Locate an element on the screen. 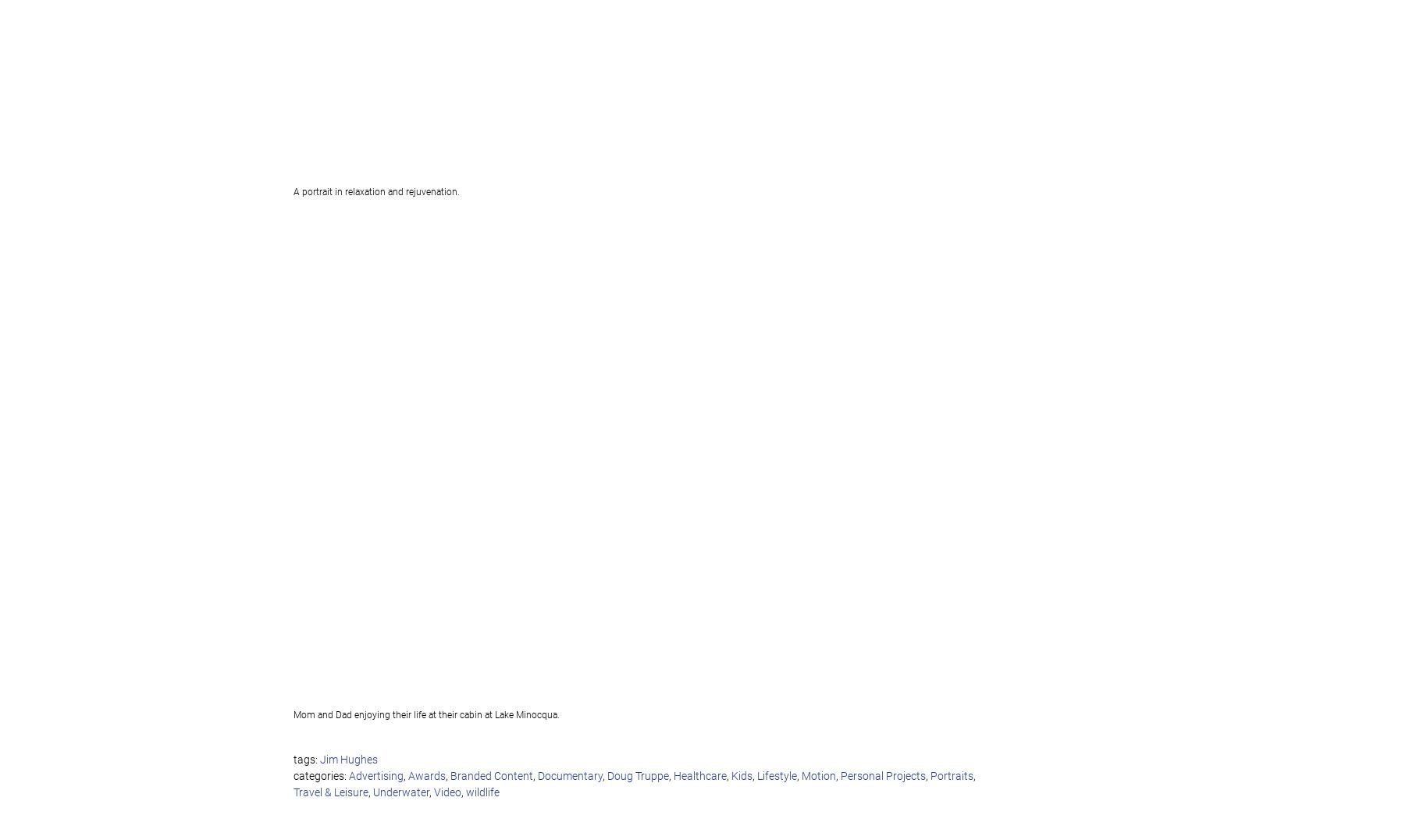 The height and width of the screenshot is (840, 1409). 'Doug Truppe' is located at coordinates (638, 775).